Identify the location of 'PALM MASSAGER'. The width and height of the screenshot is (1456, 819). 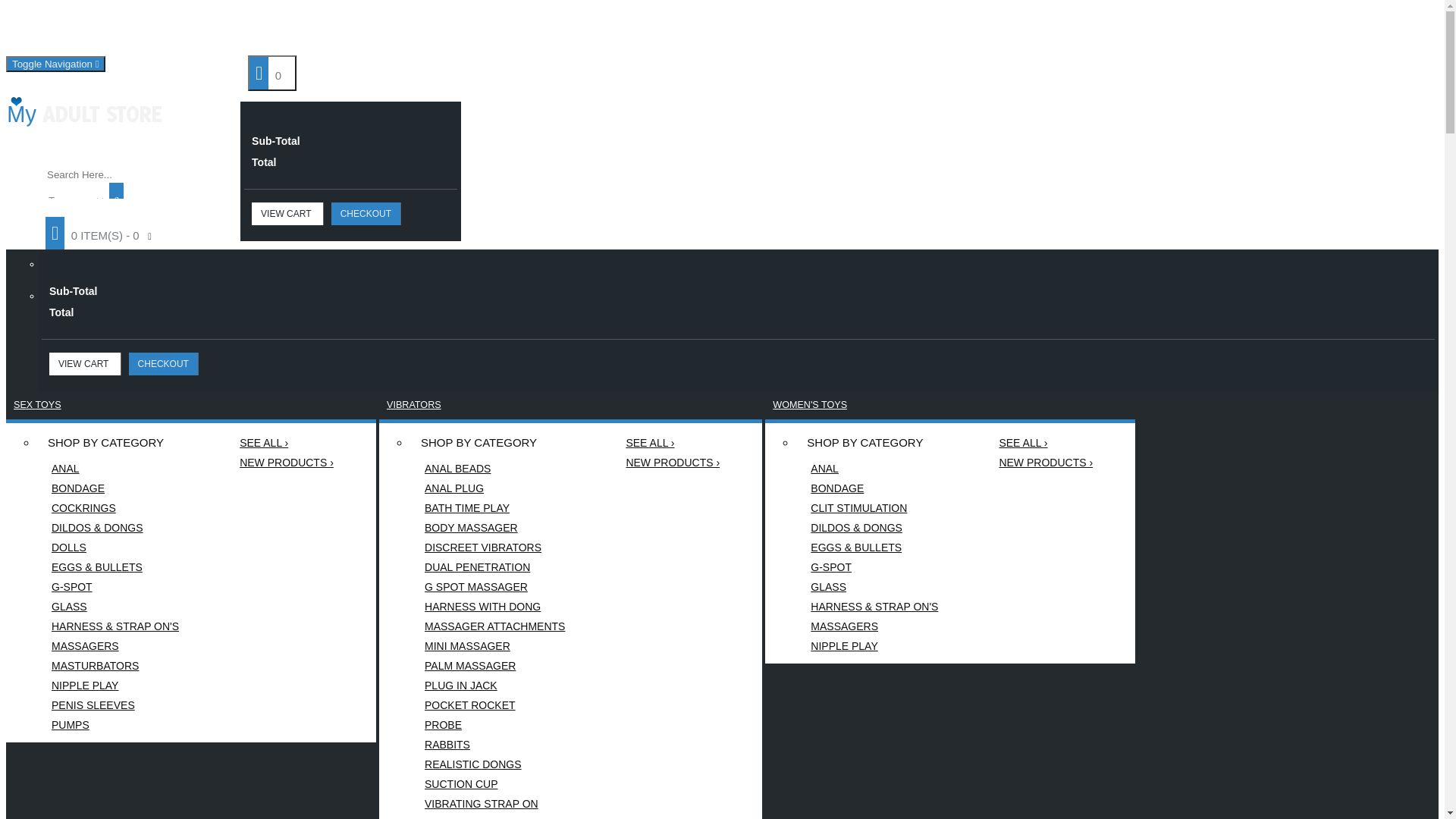
(409, 665).